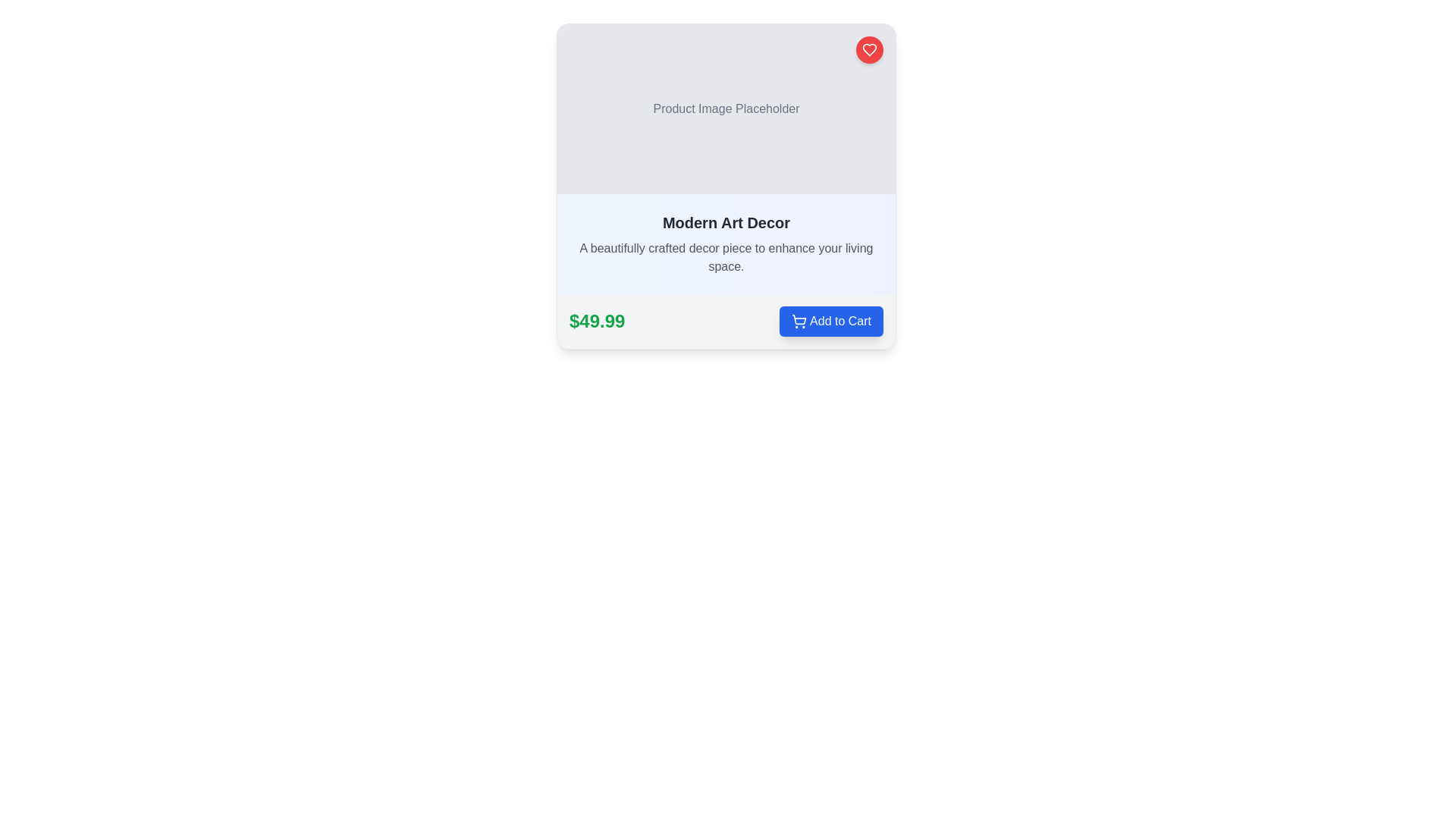  What do you see at coordinates (726, 256) in the screenshot?
I see `the text label containing the description 'A beautifully crafted decor piece to enhance your living space.' which is located below the title 'Modern Art Decor' in the card layout` at bounding box center [726, 256].